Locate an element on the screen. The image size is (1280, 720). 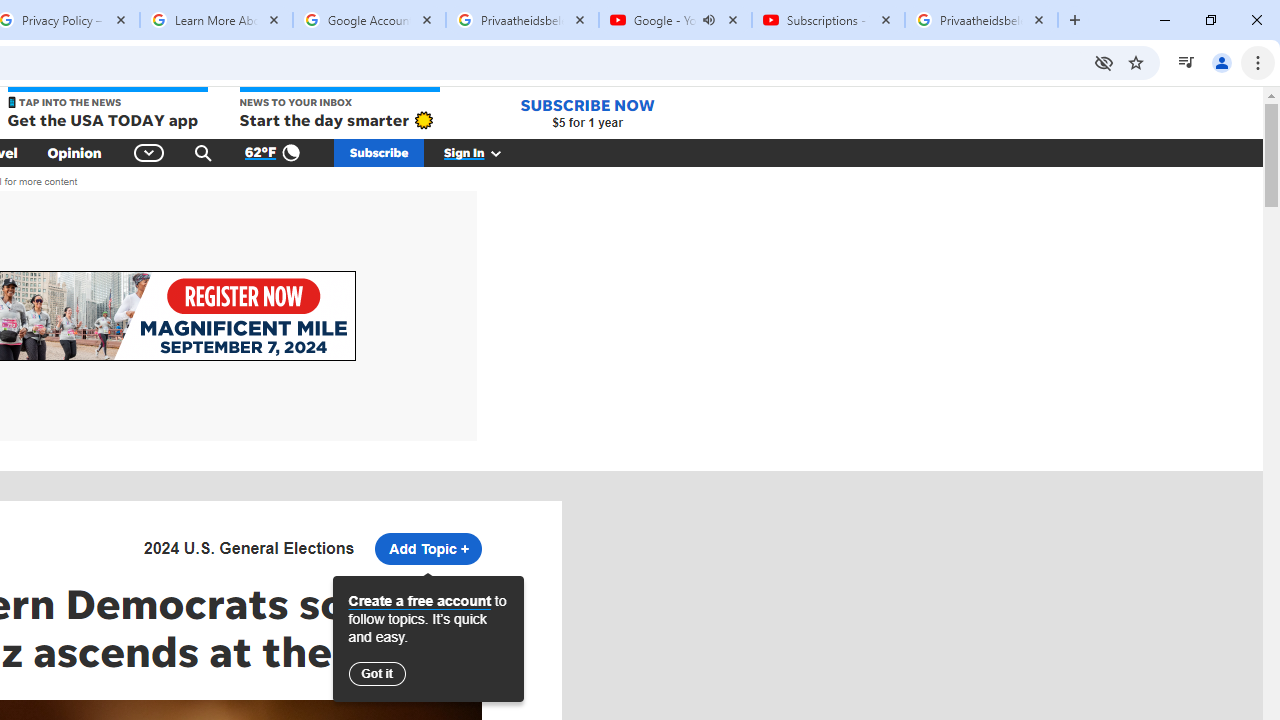
'Subscriptions - YouTube' is located at coordinates (828, 20).